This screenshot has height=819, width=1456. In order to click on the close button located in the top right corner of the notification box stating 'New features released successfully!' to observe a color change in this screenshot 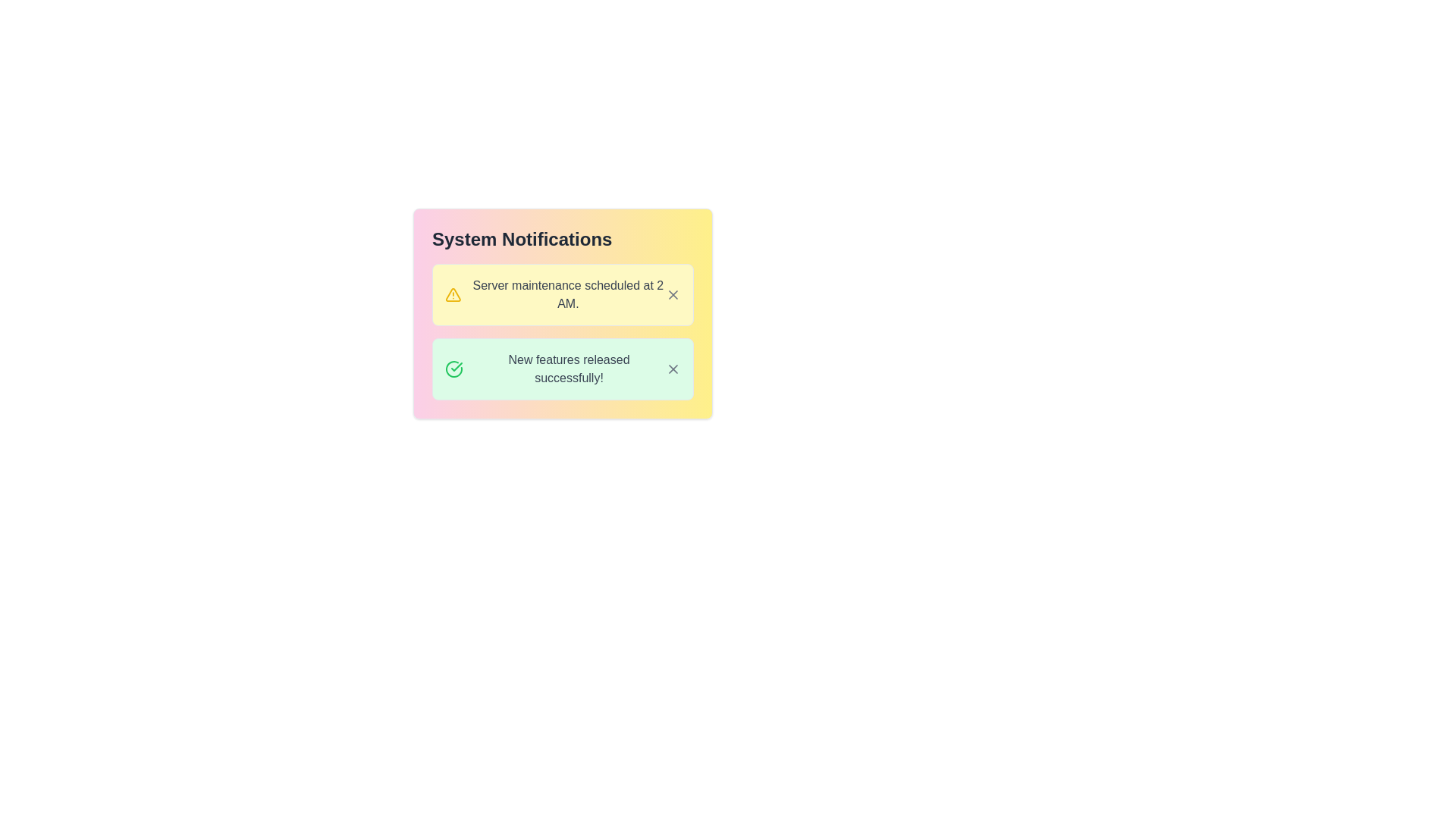, I will do `click(673, 369)`.